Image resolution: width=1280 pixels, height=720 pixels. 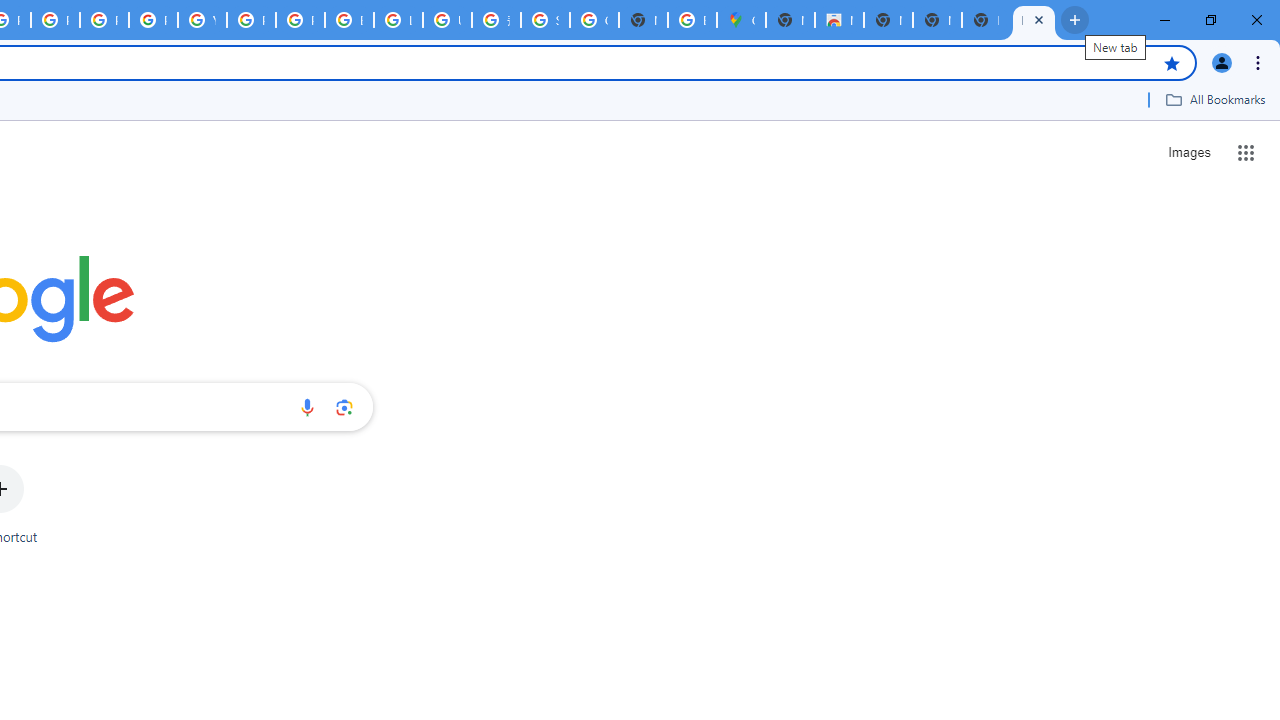 What do you see at coordinates (692, 20) in the screenshot?
I see `'Explore new street-level details - Google Maps Help'` at bounding box center [692, 20].